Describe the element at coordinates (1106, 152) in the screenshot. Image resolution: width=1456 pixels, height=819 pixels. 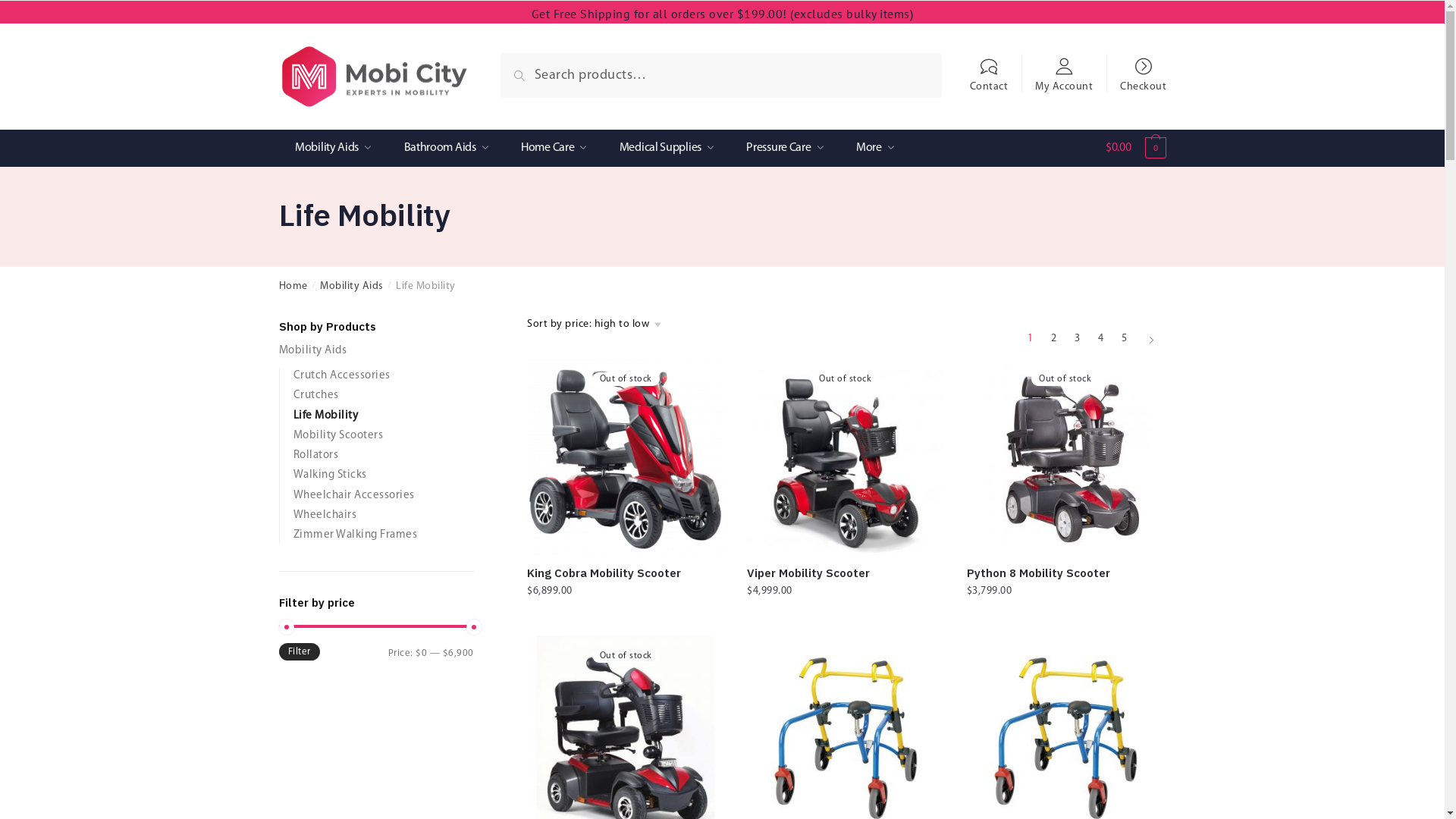
I see `'$0.00 0'` at that location.